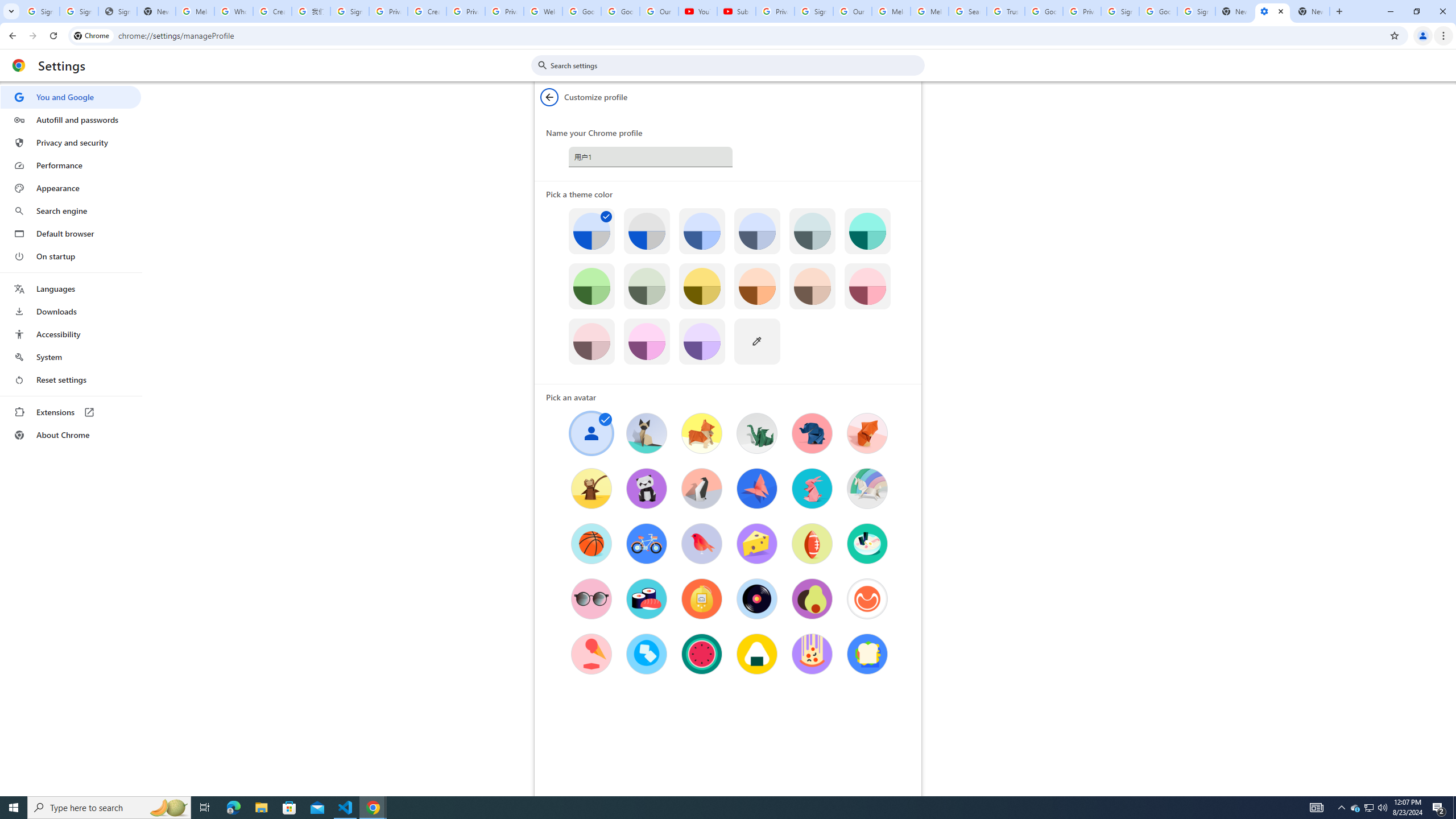 Image resolution: width=1456 pixels, height=819 pixels. I want to click on 'Reset settings', so click(70, 379).